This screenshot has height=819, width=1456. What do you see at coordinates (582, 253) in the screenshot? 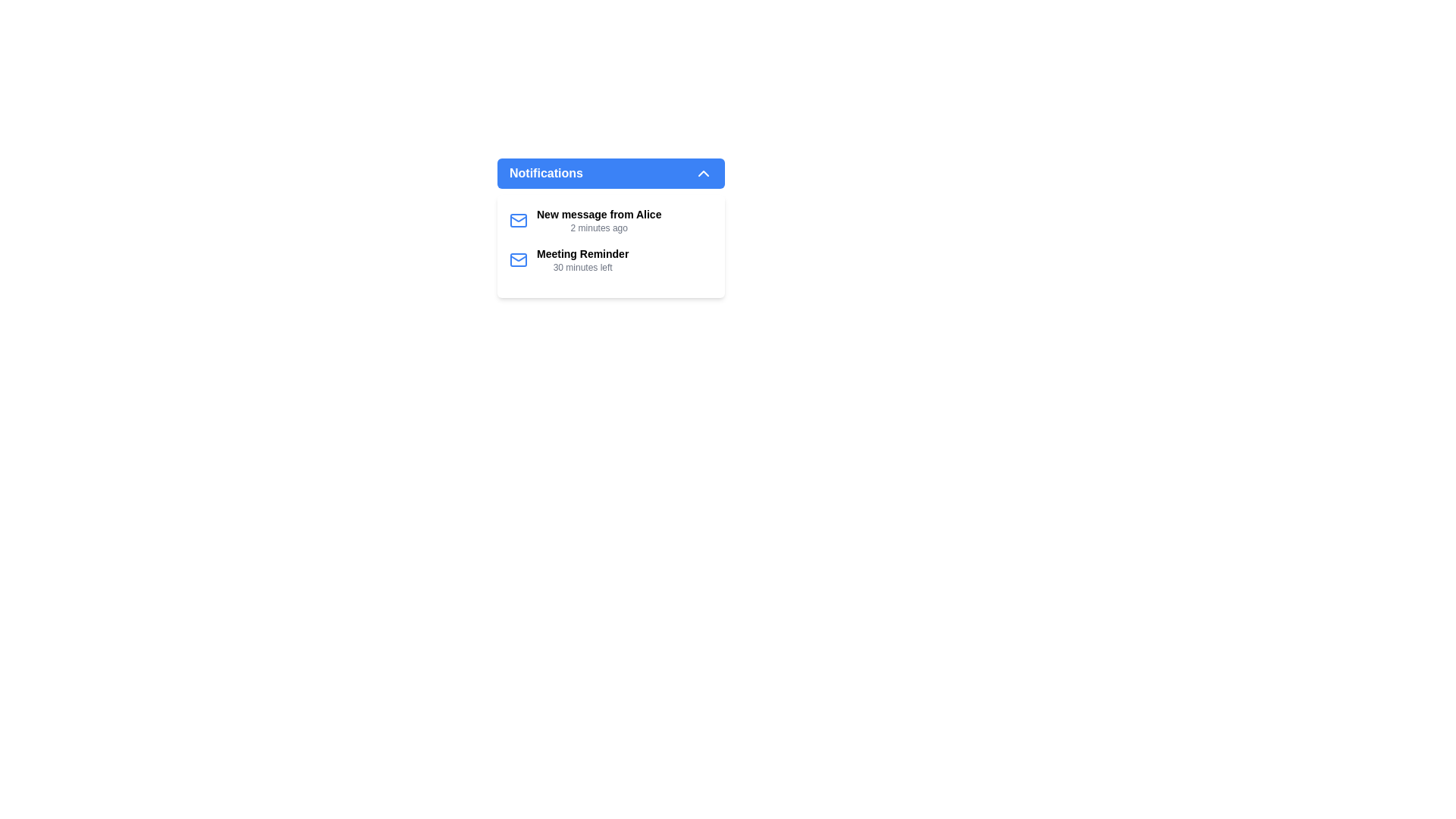
I see `the Text Label that serves as the title for the second notification entry under the 'Notifications' panel, which provides a summary of the notification's content` at bounding box center [582, 253].